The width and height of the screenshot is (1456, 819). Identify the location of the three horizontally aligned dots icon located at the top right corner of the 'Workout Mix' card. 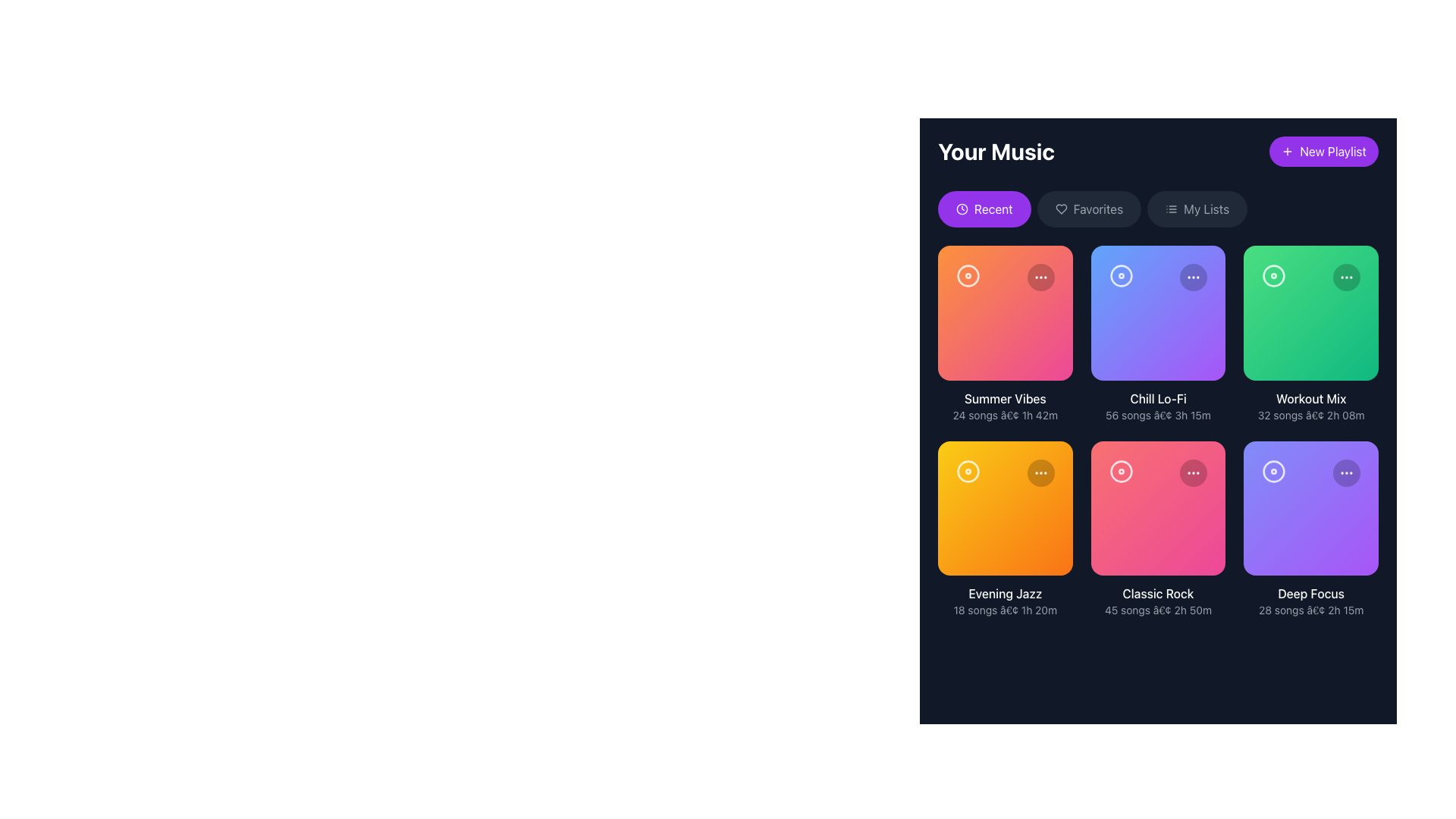
(1347, 278).